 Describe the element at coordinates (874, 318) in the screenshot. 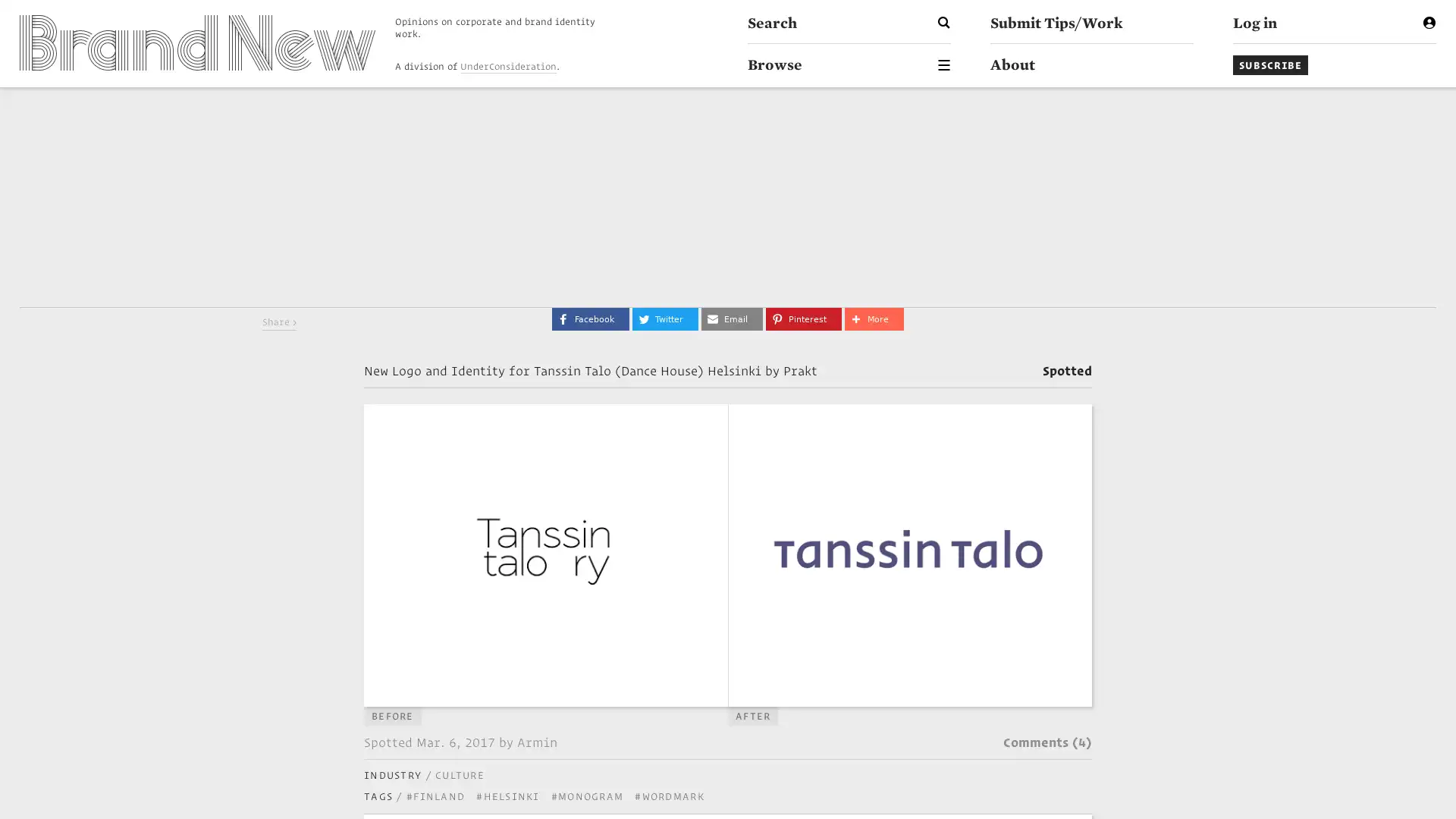

I see `Share to More More` at that location.